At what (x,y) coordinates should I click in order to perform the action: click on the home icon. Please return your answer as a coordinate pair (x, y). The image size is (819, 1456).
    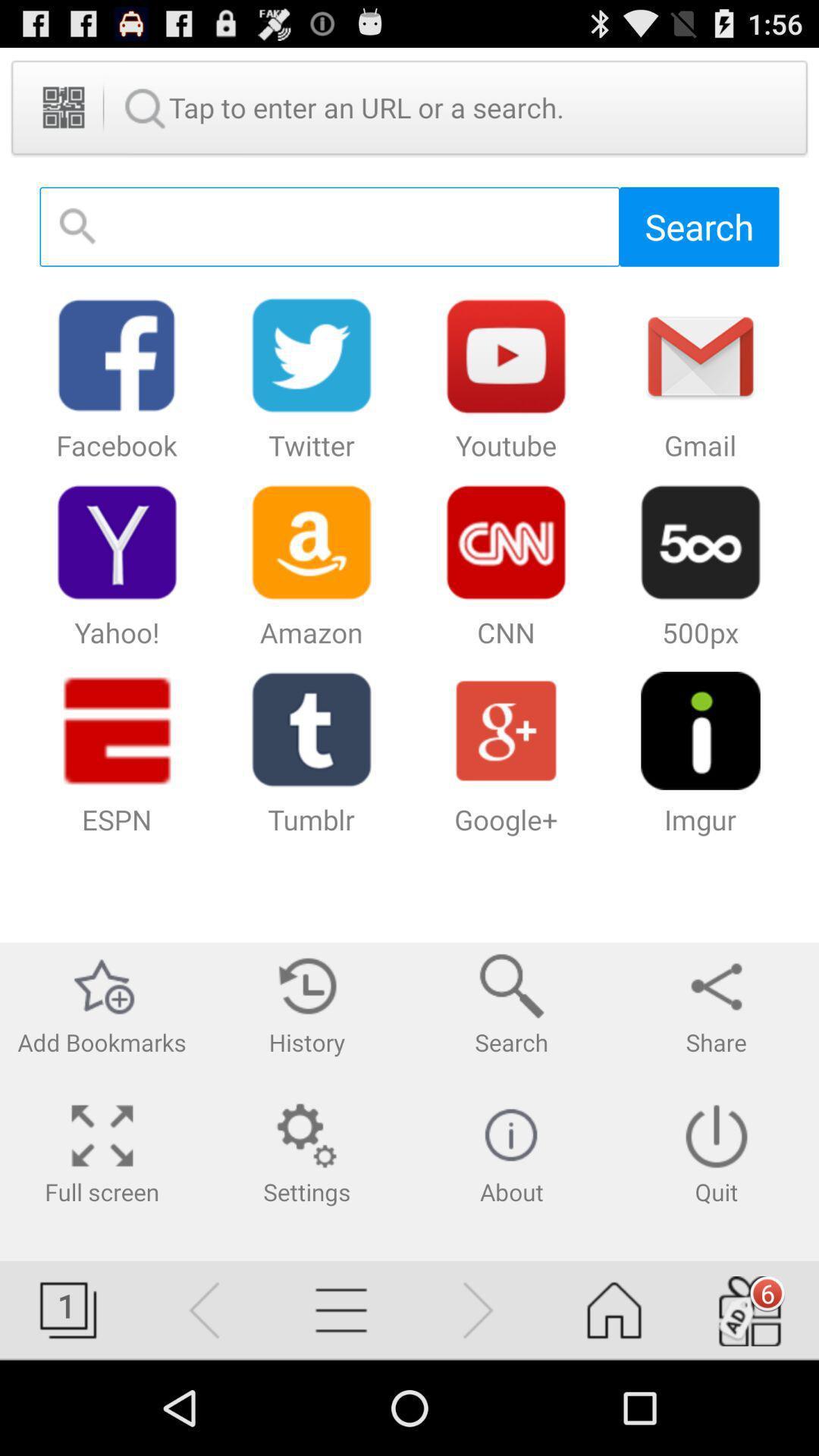
    Looking at the image, I should click on (614, 1401).